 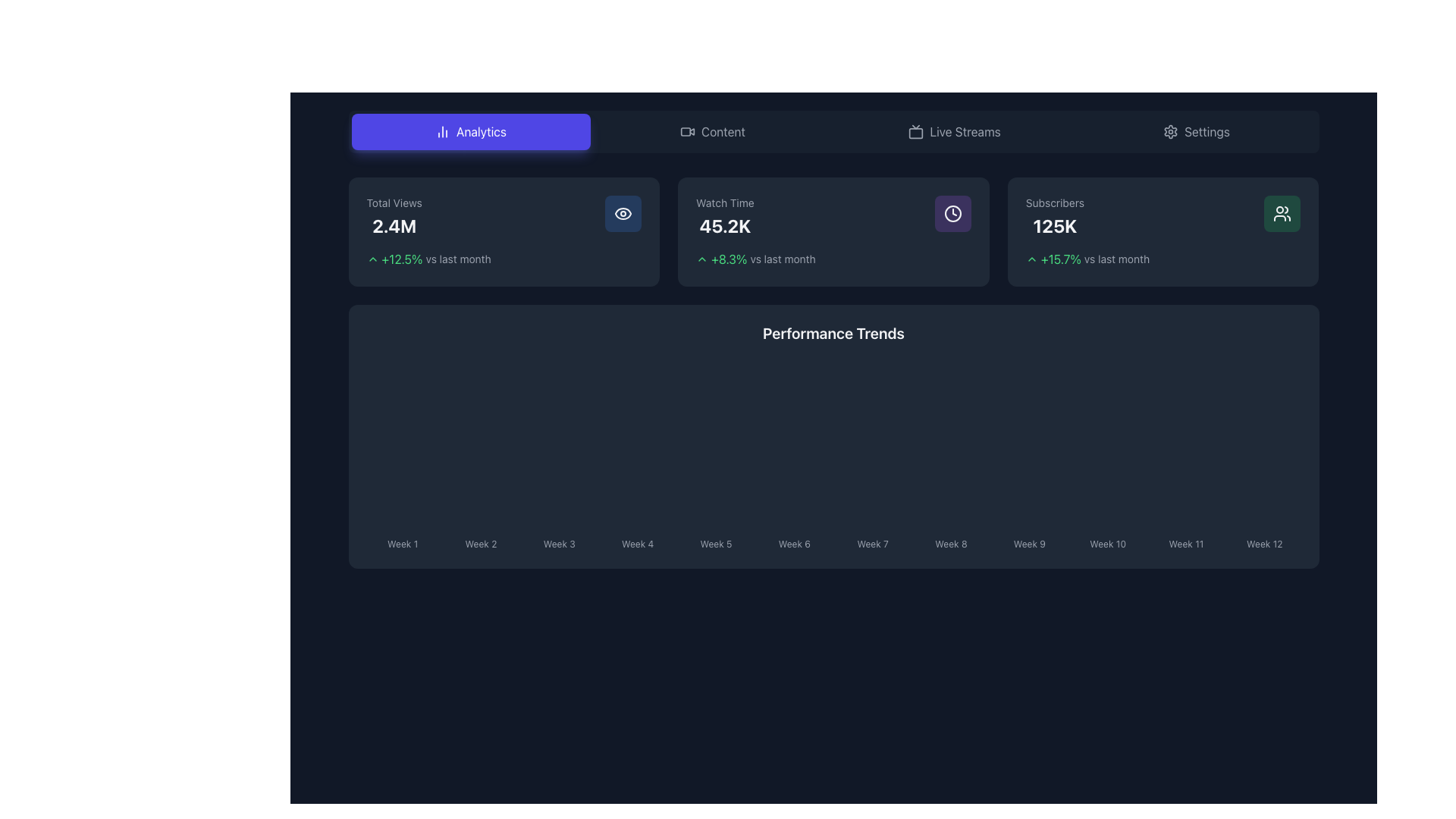 I want to click on the sixth Static Text Label indicating the sixth week in the performance trend timeline, located beneath the 'Performance Trends' heading, so click(x=793, y=543).